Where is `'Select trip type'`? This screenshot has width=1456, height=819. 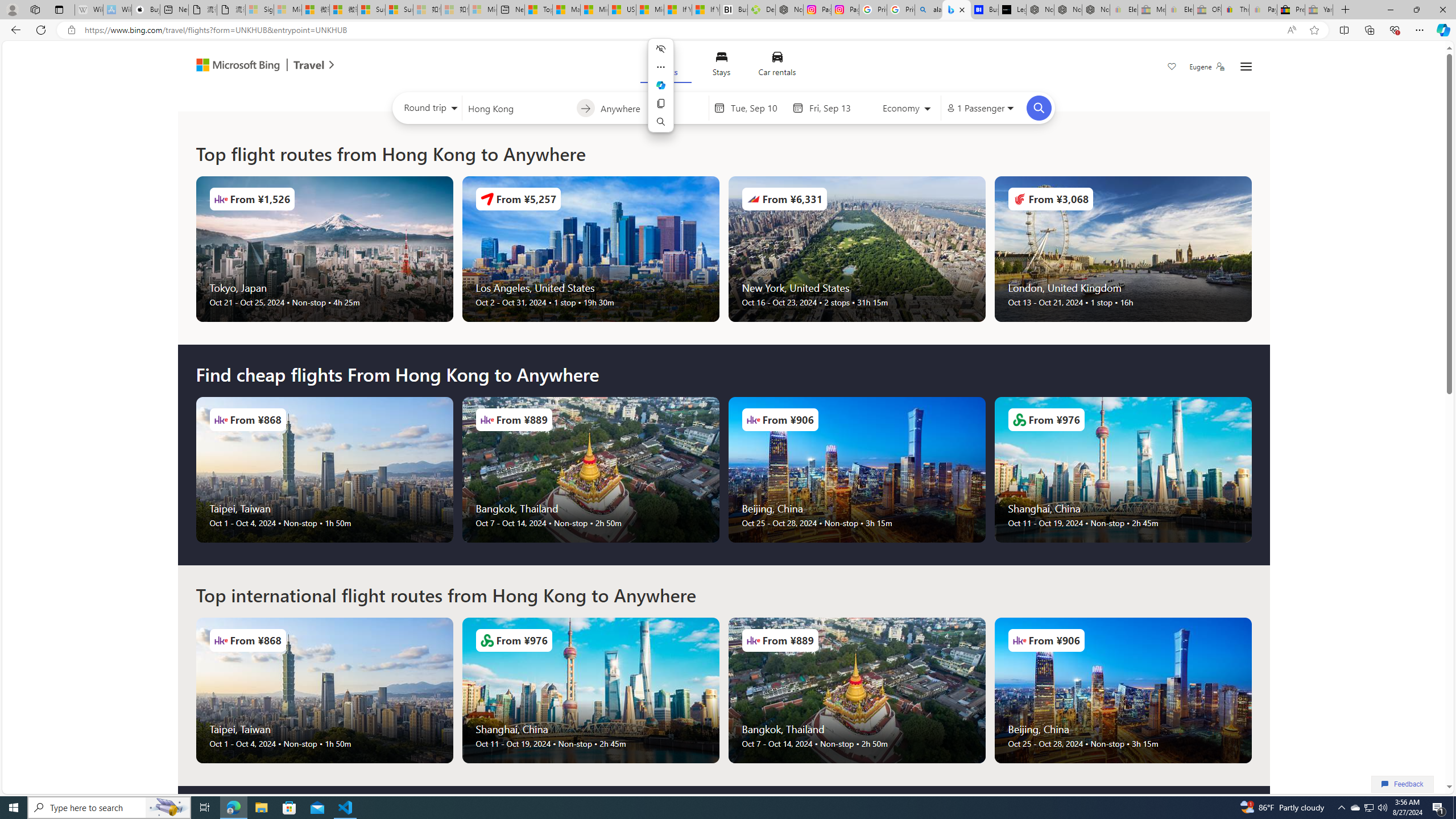
'Select trip type' is located at coordinates (427, 110).